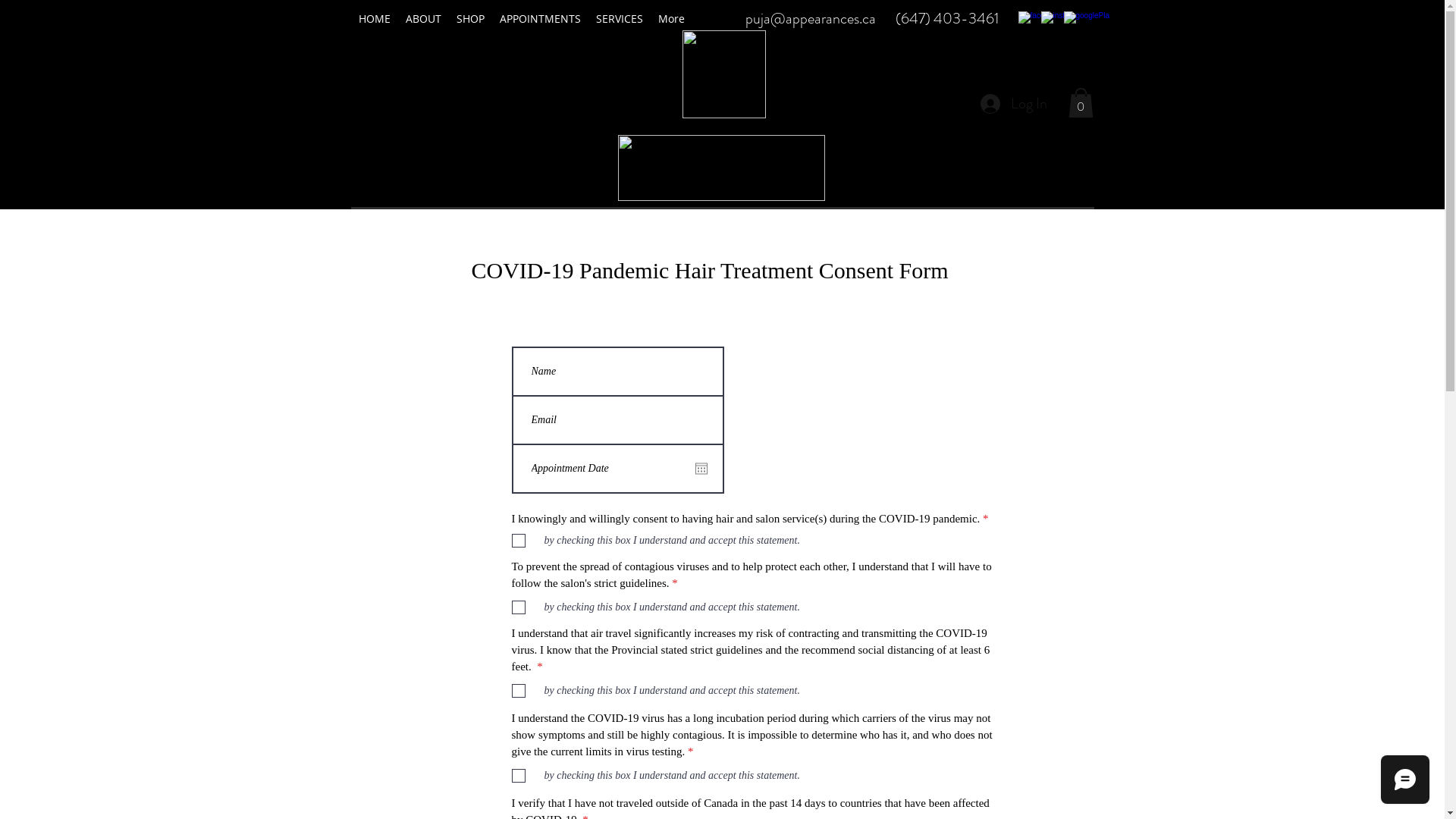 This screenshot has height=819, width=1456. Describe the element at coordinates (588, 18) in the screenshot. I see `'SERVICES'` at that location.